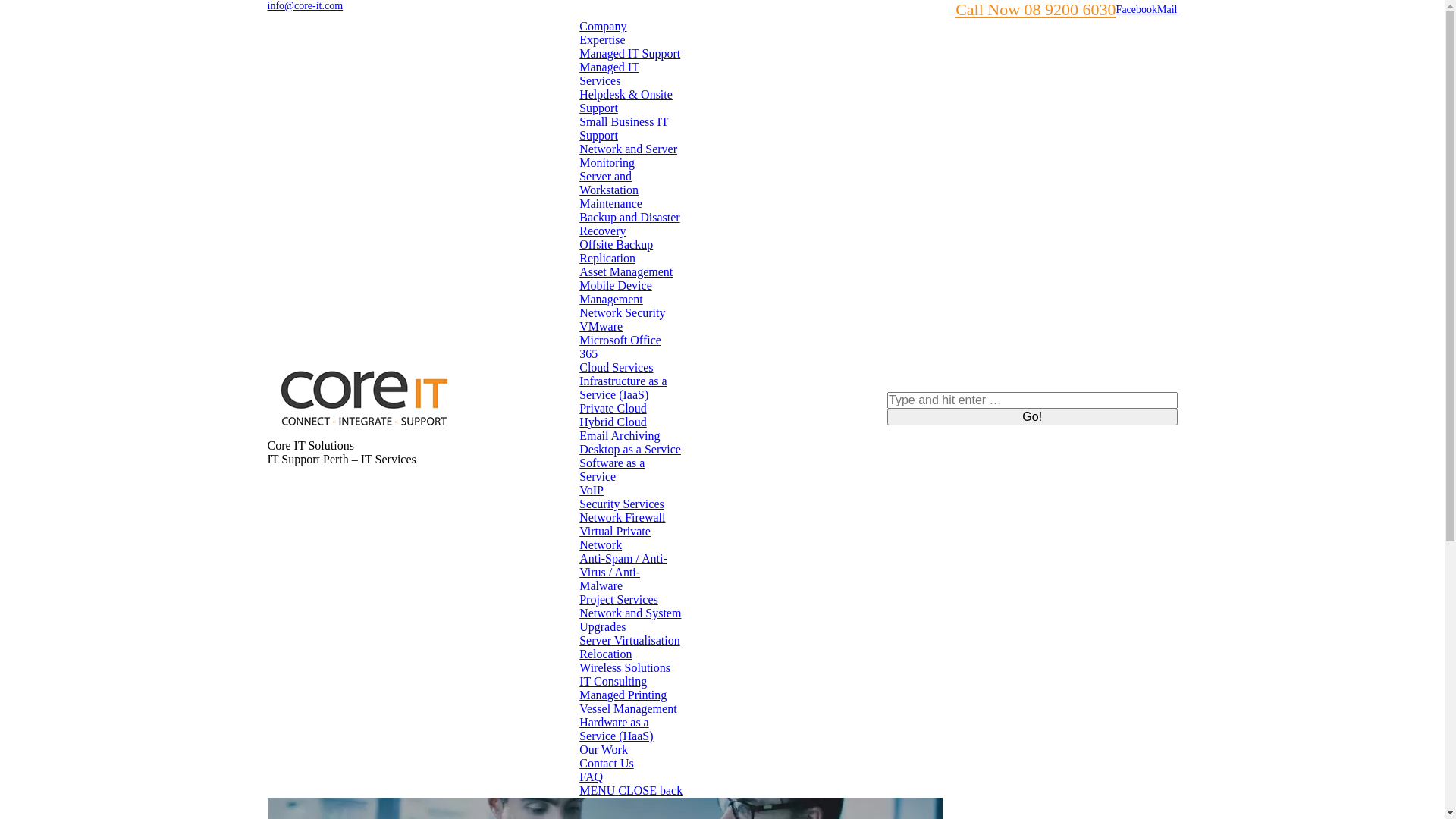 The image size is (1456, 819). Describe the element at coordinates (616, 367) in the screenshot. I see `'Cloud Services'` at that location.